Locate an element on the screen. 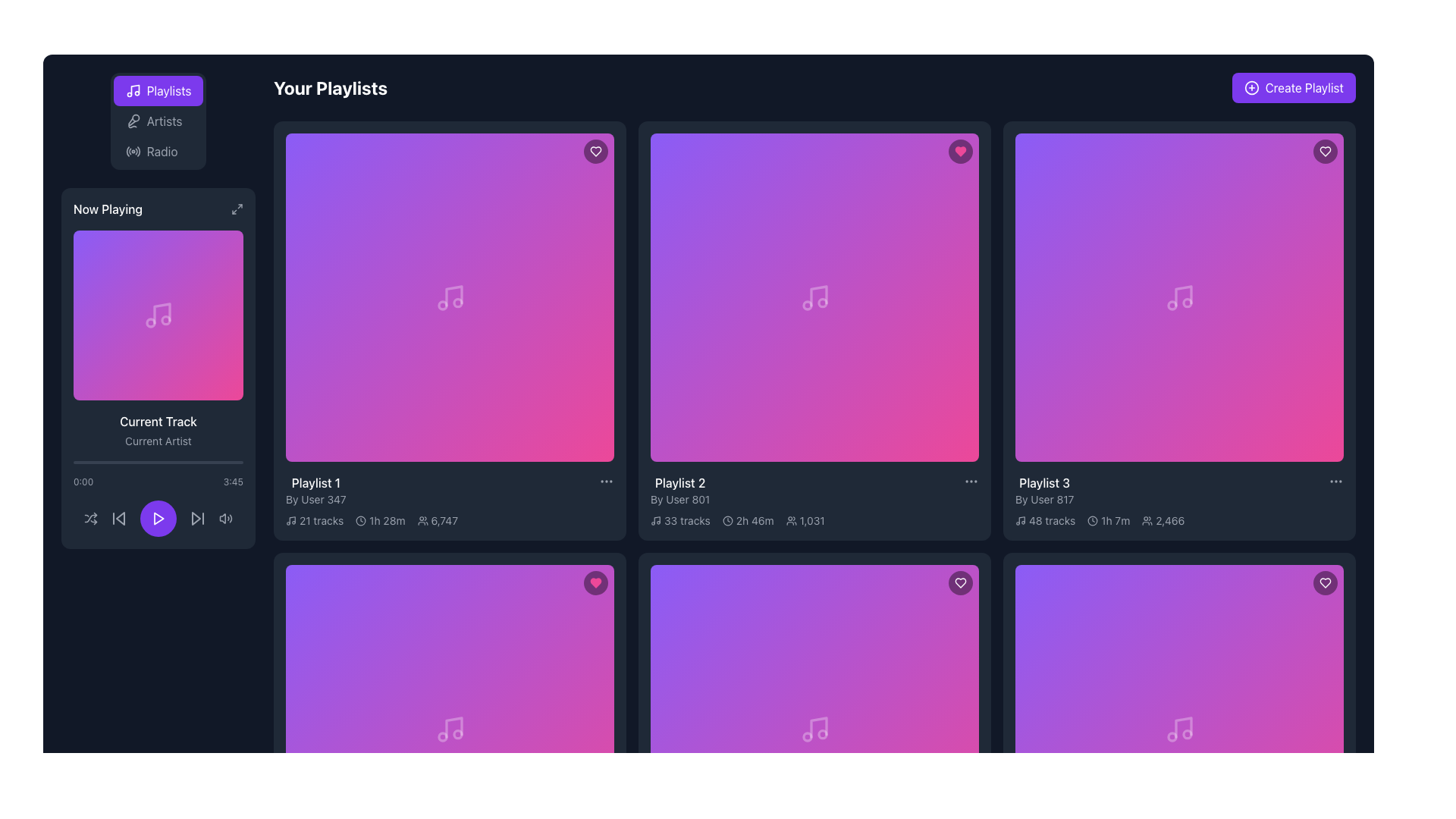 This screenshot has width=1456, height=819. the Text display element titled 'Playlist 1' with subtitle 'By User 347' located in the 'Your Playlists' section is located at coordinates (315, 491).